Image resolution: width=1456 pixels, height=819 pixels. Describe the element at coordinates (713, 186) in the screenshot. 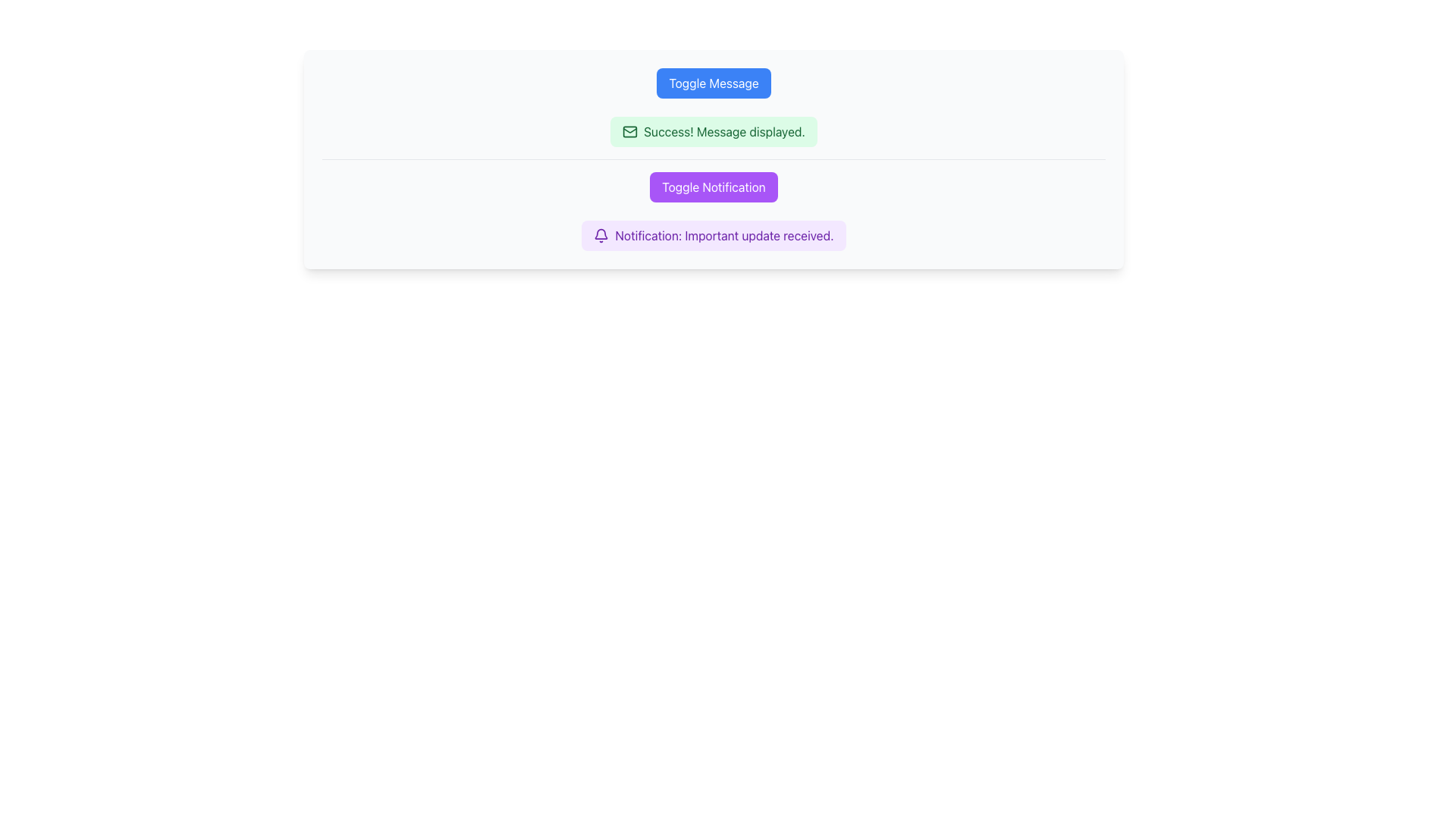

I see `the notification toggle button located beneath the 'Toggle Message' section` at that location.